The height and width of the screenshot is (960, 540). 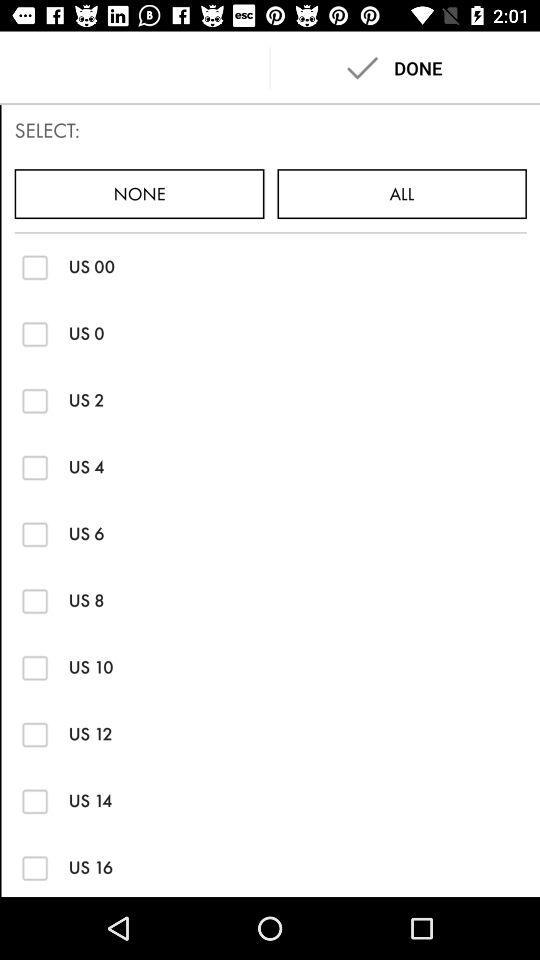 I want to click on tick the column, so click(x=35, y=333).